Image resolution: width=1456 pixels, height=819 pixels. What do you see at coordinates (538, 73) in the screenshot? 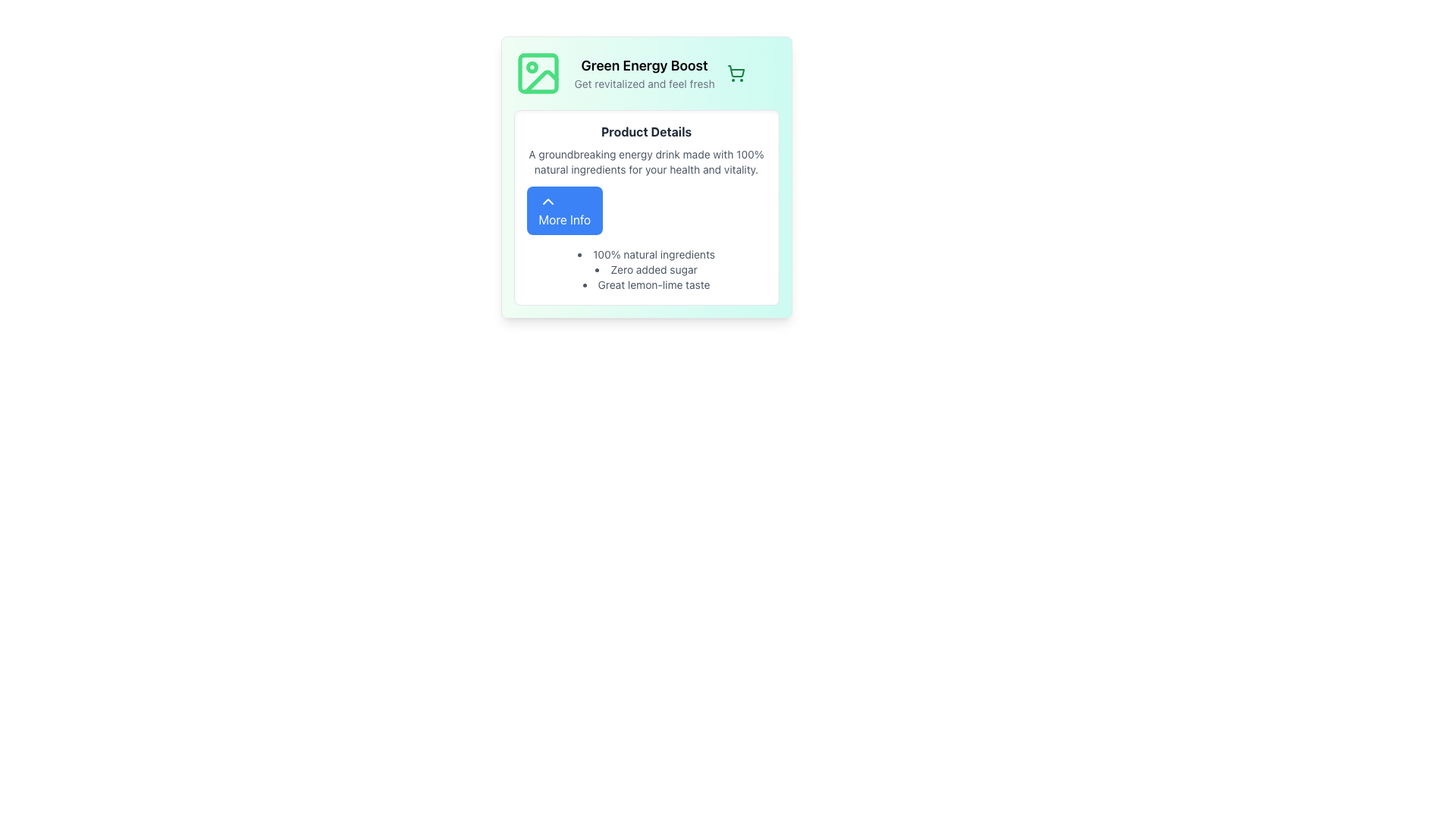
I see `the green file or image graphic icon located at the top-left corner of the 'Green Energy Boost' card, which features a circular detail and a mountain design` at bounding box center [538, 73].